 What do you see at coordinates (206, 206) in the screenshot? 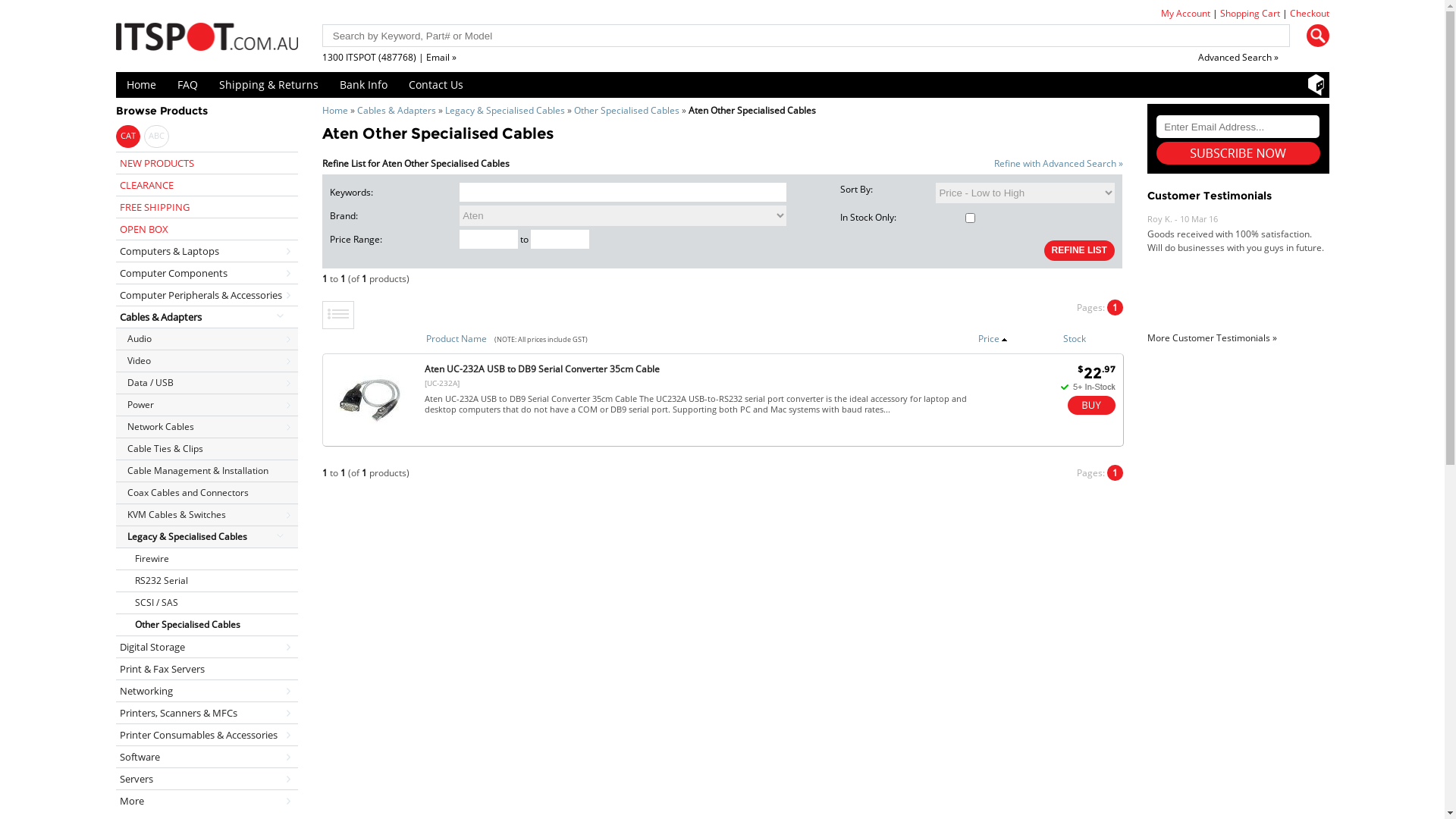
I see `'FREE SHIPPING'` at bounding box center [206, 206].